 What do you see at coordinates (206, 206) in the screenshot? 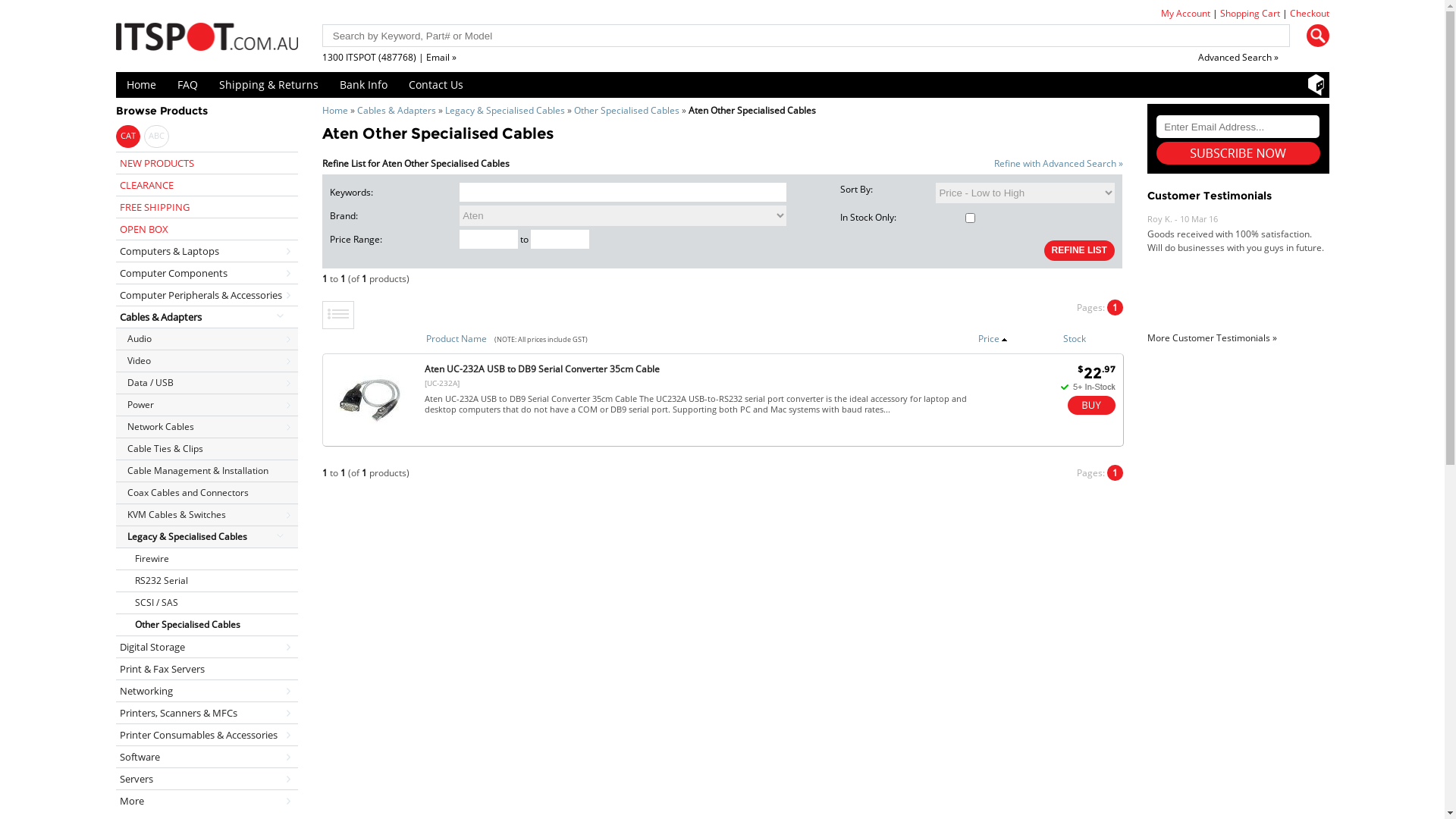
I see `'FREE SHIPPING'` at bounding box center [206, 206].